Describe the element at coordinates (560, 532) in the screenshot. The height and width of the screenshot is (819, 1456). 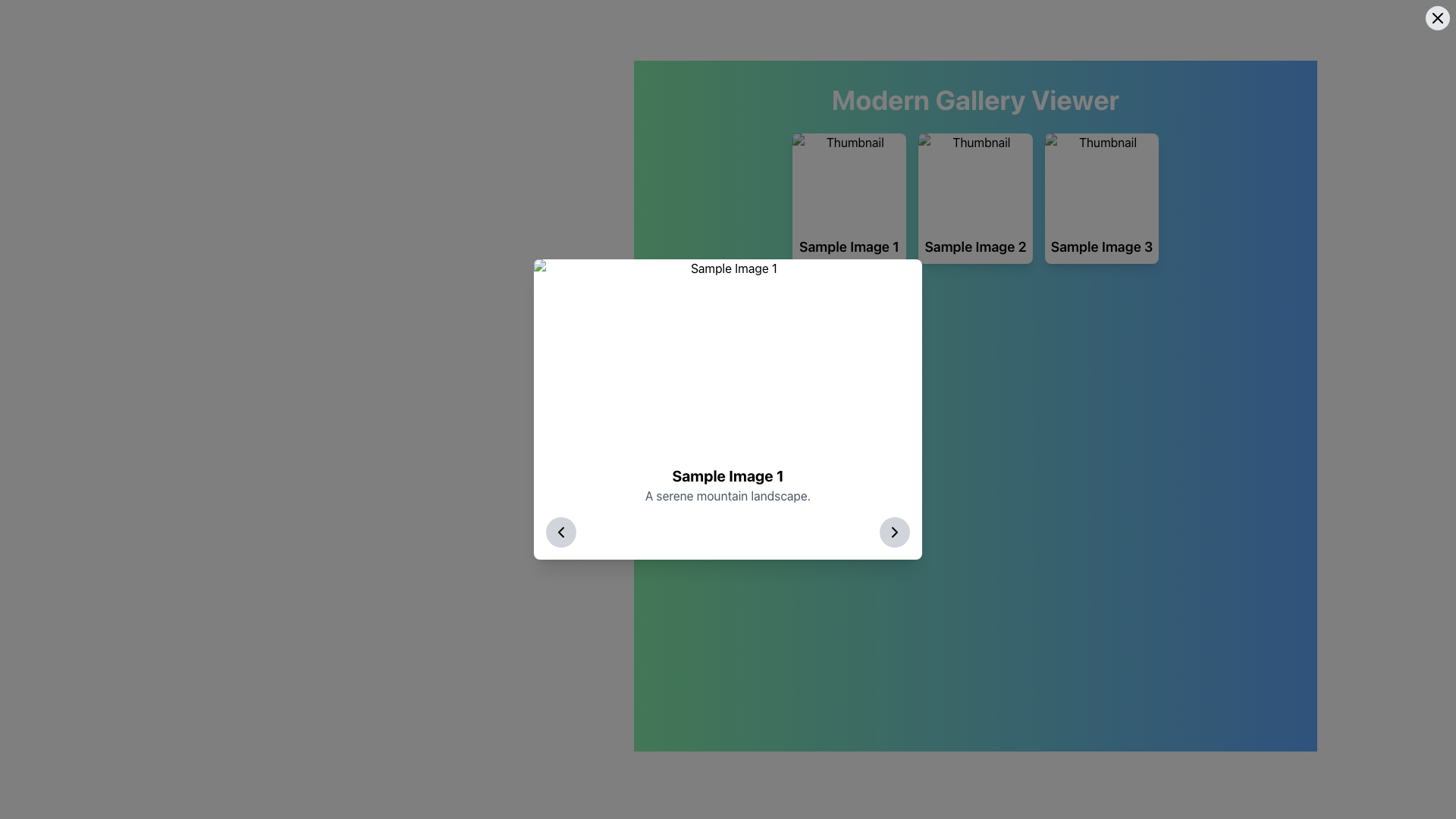
I see `the circular button with a gray background and a left-pointing chevron icon` at that location.